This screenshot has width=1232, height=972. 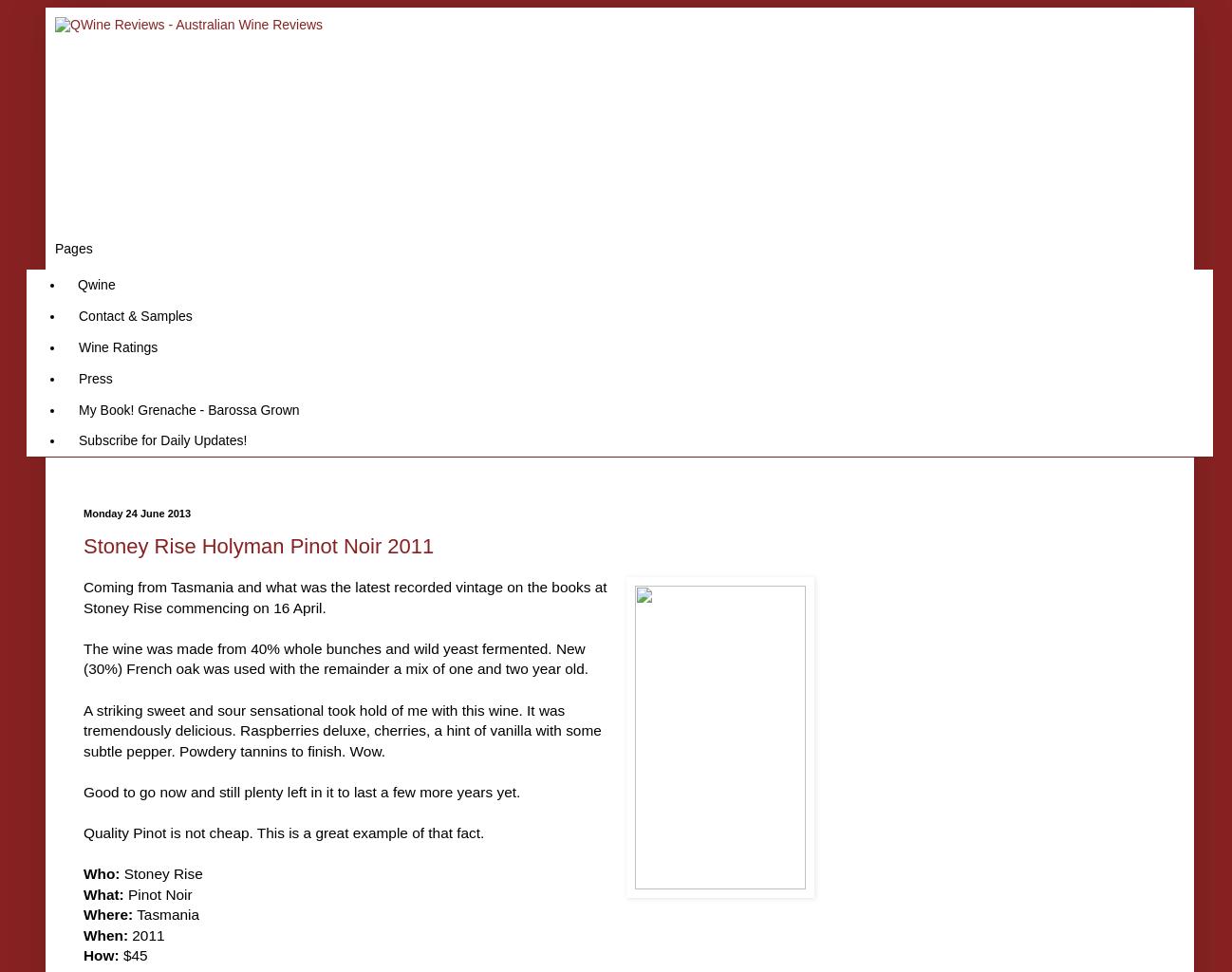 I want to click on 'Stoney Rise Holyman Pinot Noir 2011', so click(x=257, y=545).